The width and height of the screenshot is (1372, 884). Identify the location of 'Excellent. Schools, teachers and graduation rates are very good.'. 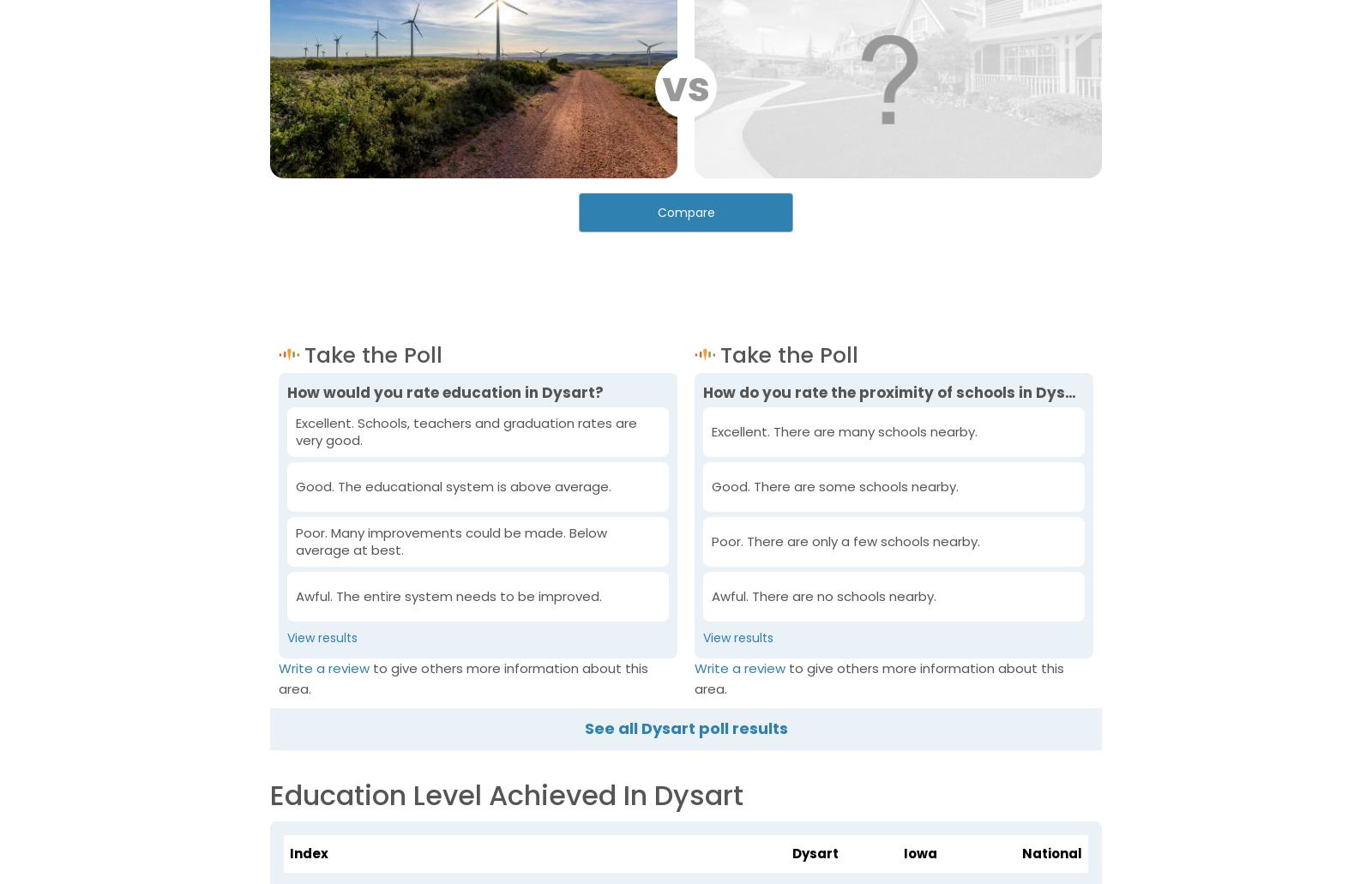
(466, 431).